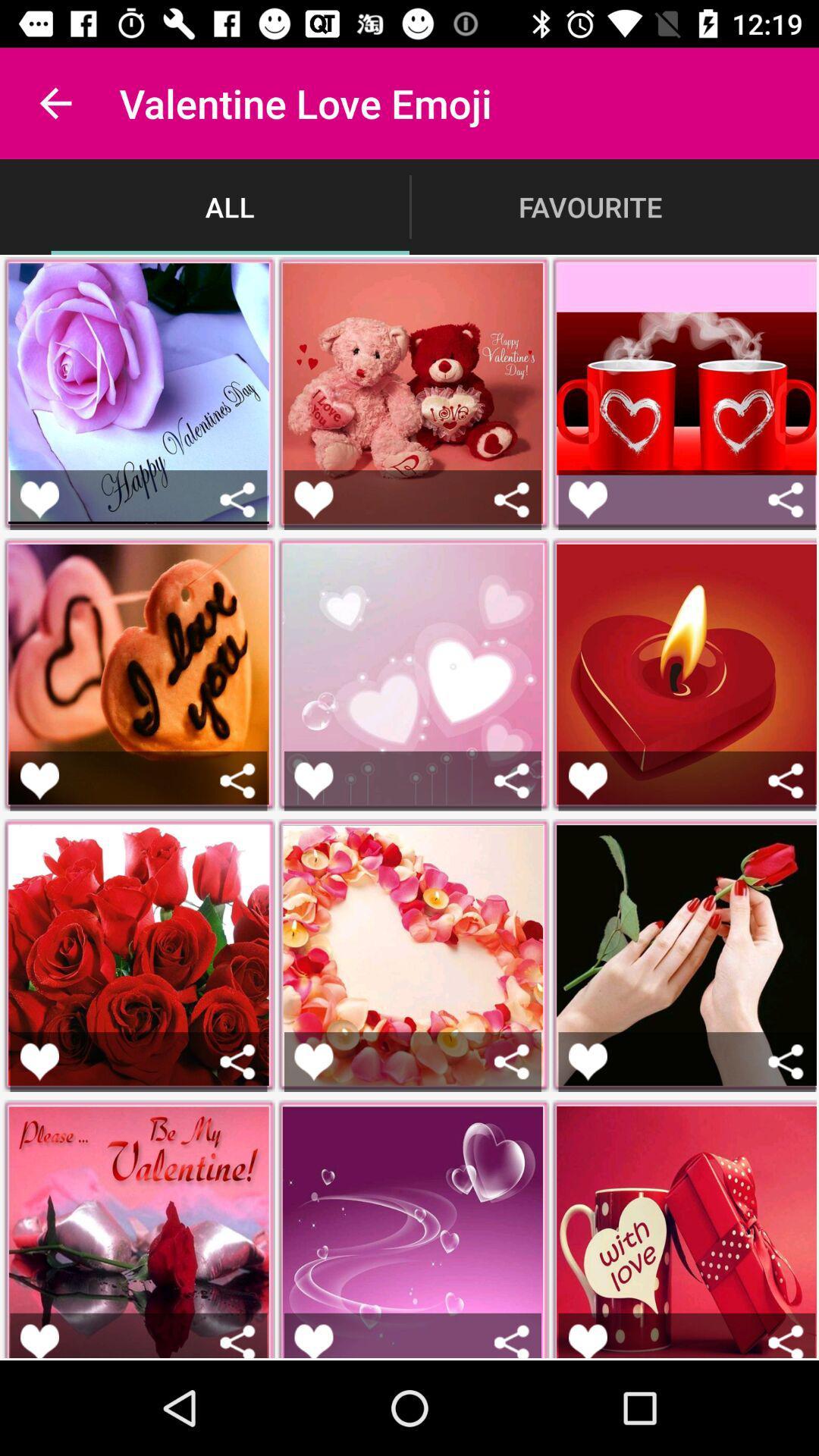 The width and height of the screenshot is (819, 1456). I want to click on share option, so click(237, 1341).